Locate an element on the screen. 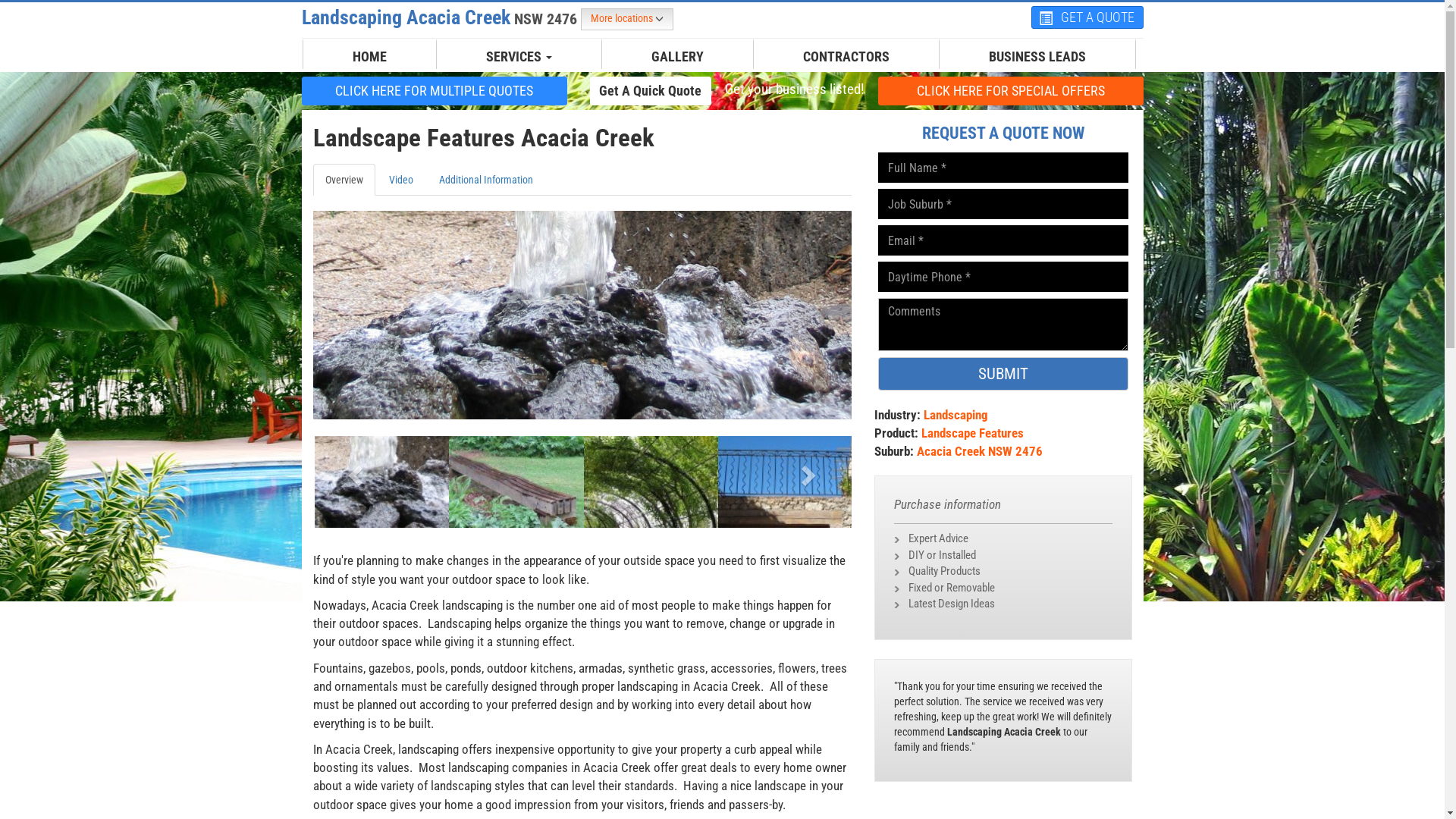  'SUBMIT' is located at coordinates (1003, 374).